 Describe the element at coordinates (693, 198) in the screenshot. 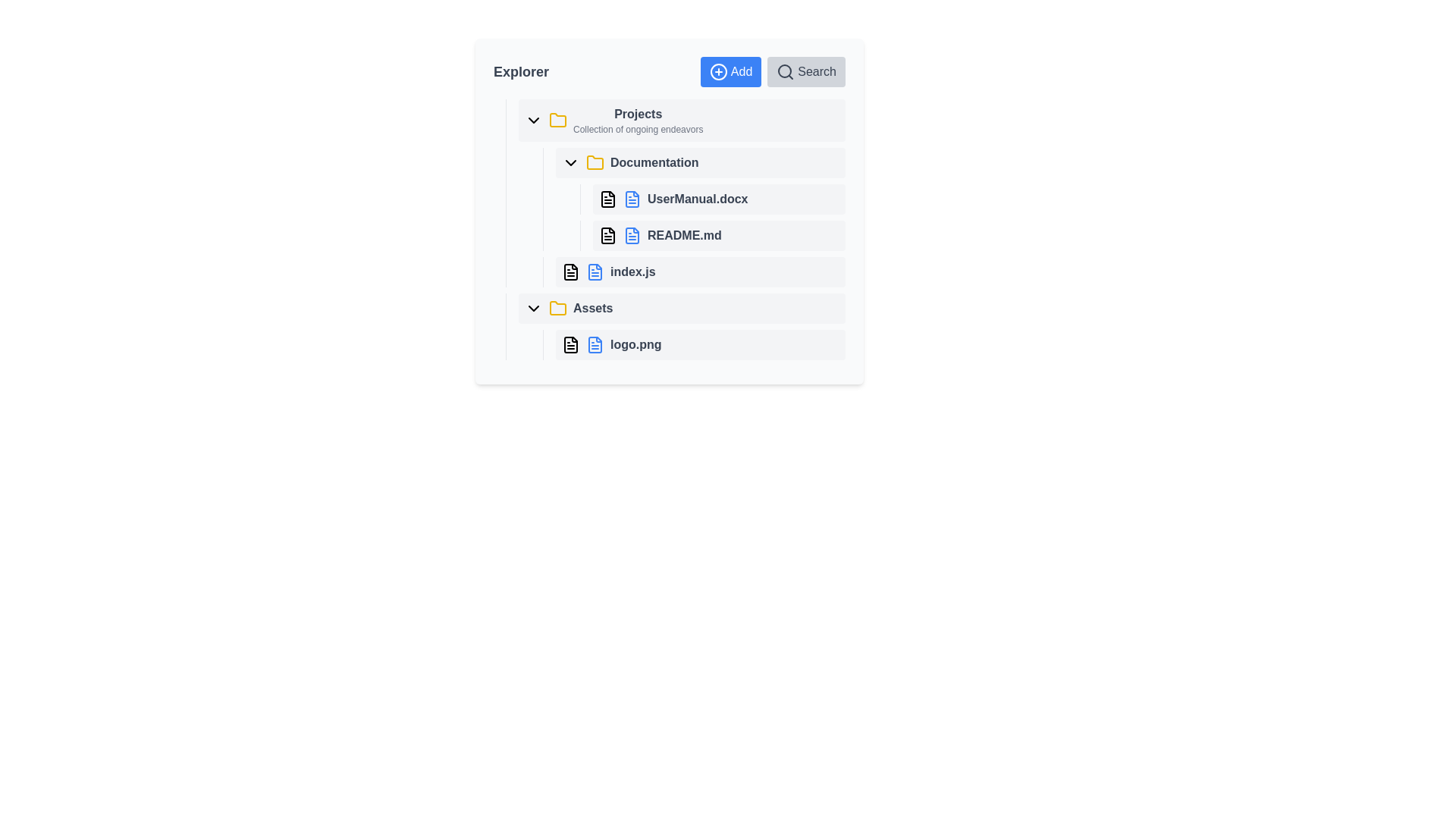

I see `the 'UserManual.docx' file entry, which is visually represented with a blue document icon and appears selected` at that location.